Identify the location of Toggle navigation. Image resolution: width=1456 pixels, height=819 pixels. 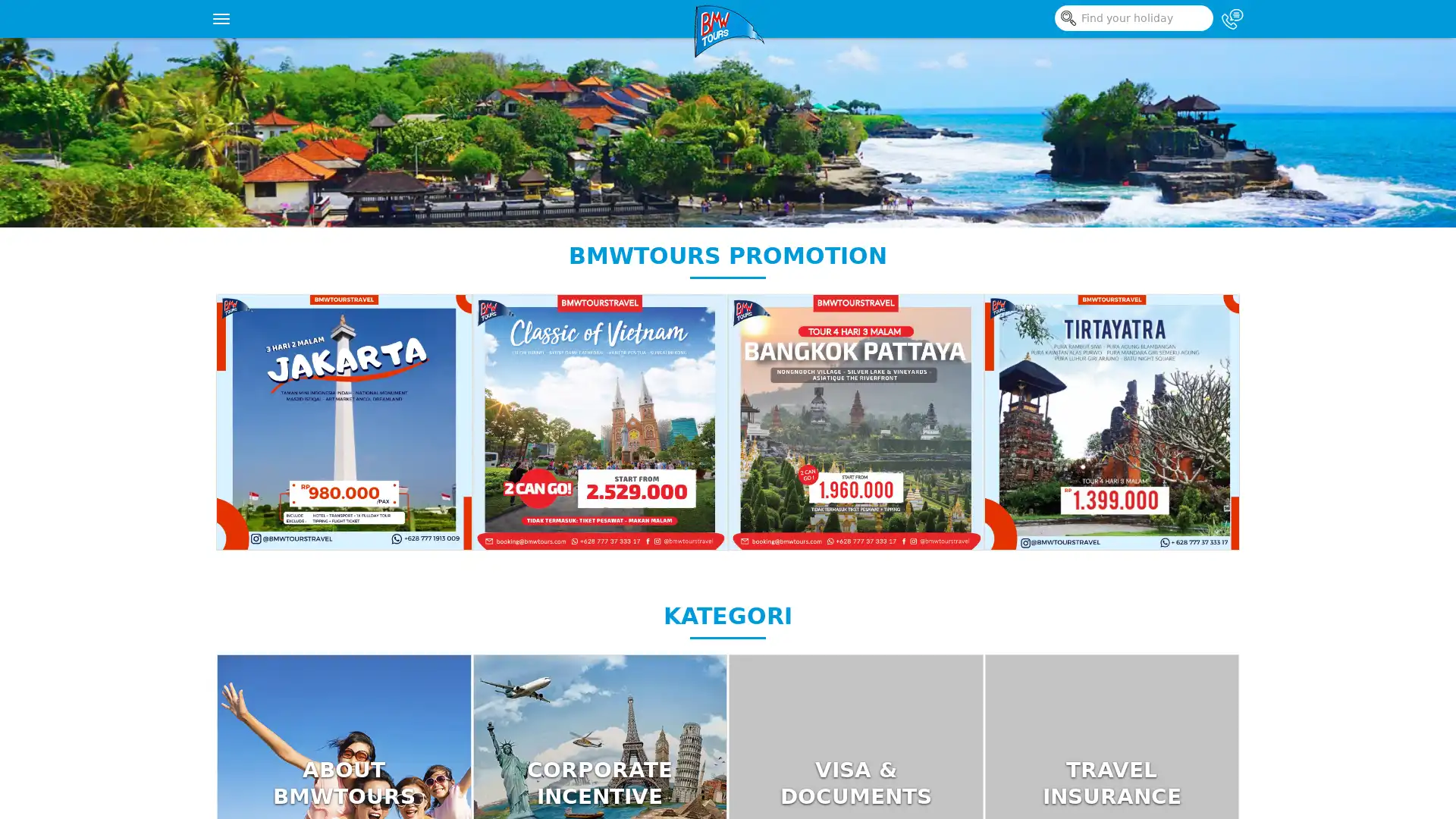
(221, 18).